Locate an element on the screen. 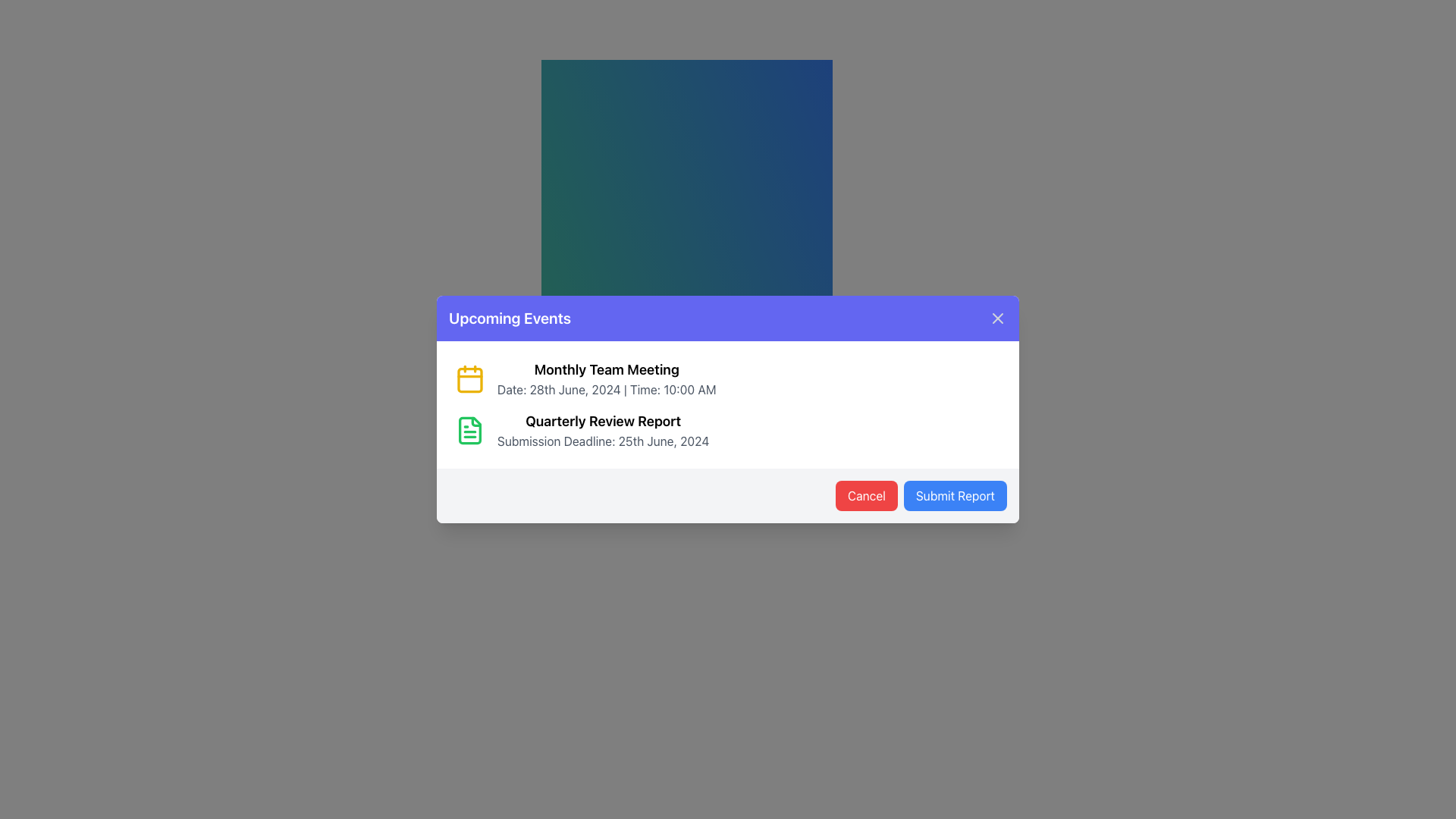  the submission button located at the bottom-right corner of the dialog box is located at coordinates (954, 496).